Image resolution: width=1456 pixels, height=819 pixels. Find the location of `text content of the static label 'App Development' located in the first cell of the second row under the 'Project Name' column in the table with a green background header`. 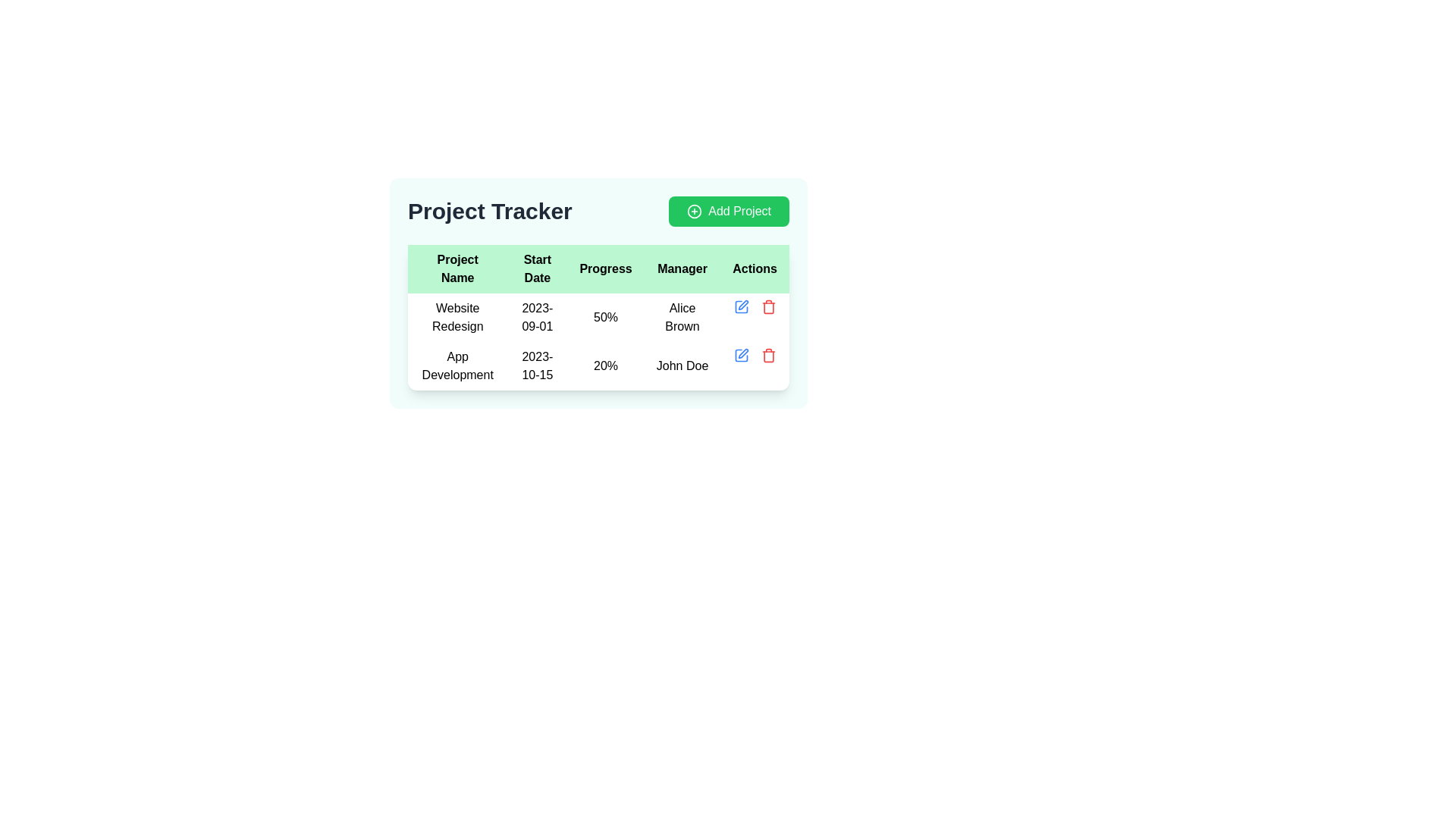

text content of the static label 'App Development' located in the first cell of the second row under the 'Project Name' column in the table with a green background header is located at coordinates (457, 366).